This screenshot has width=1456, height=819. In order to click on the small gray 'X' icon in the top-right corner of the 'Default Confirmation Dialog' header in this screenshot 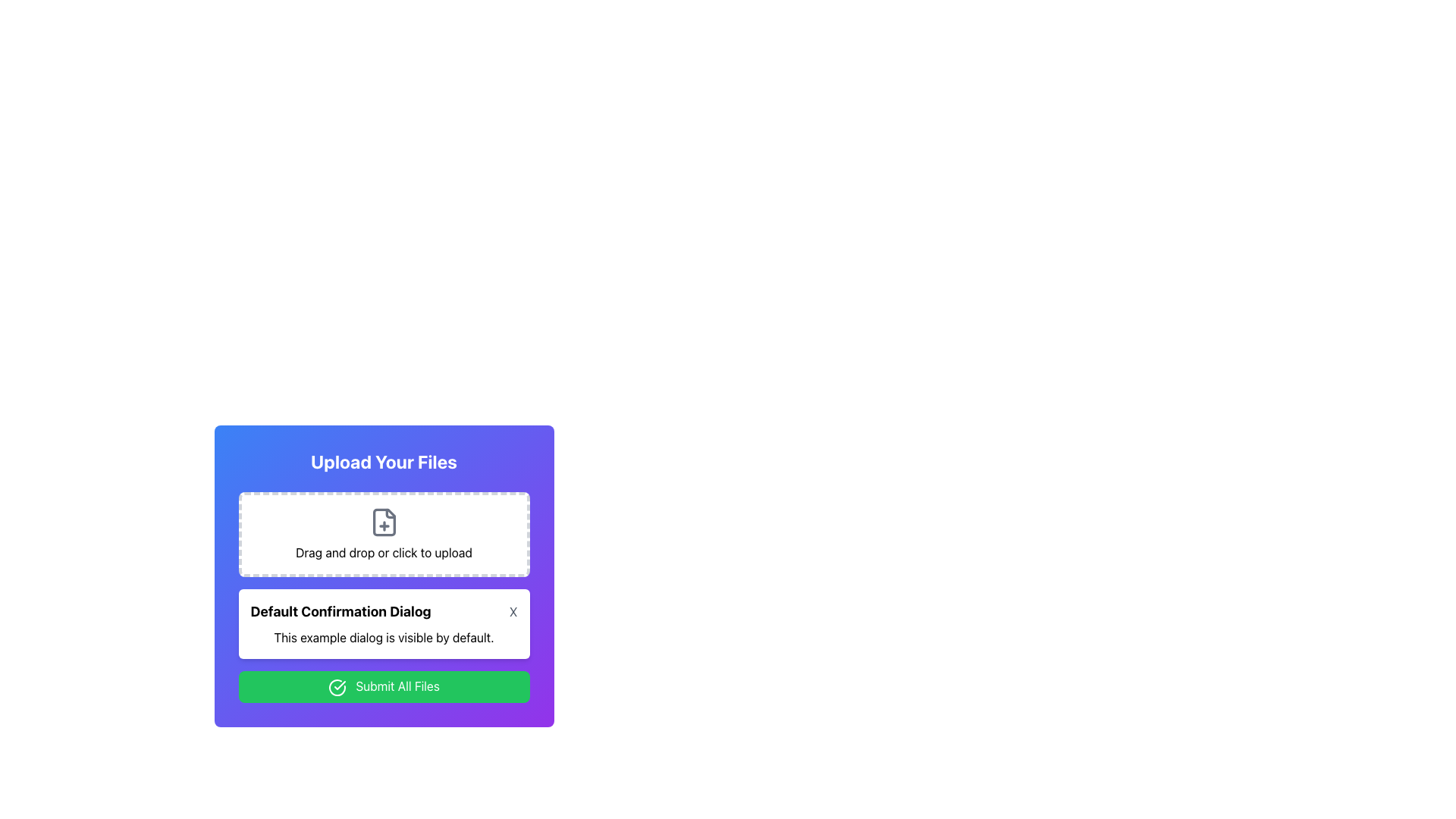, I will do `click(513, 610)`.